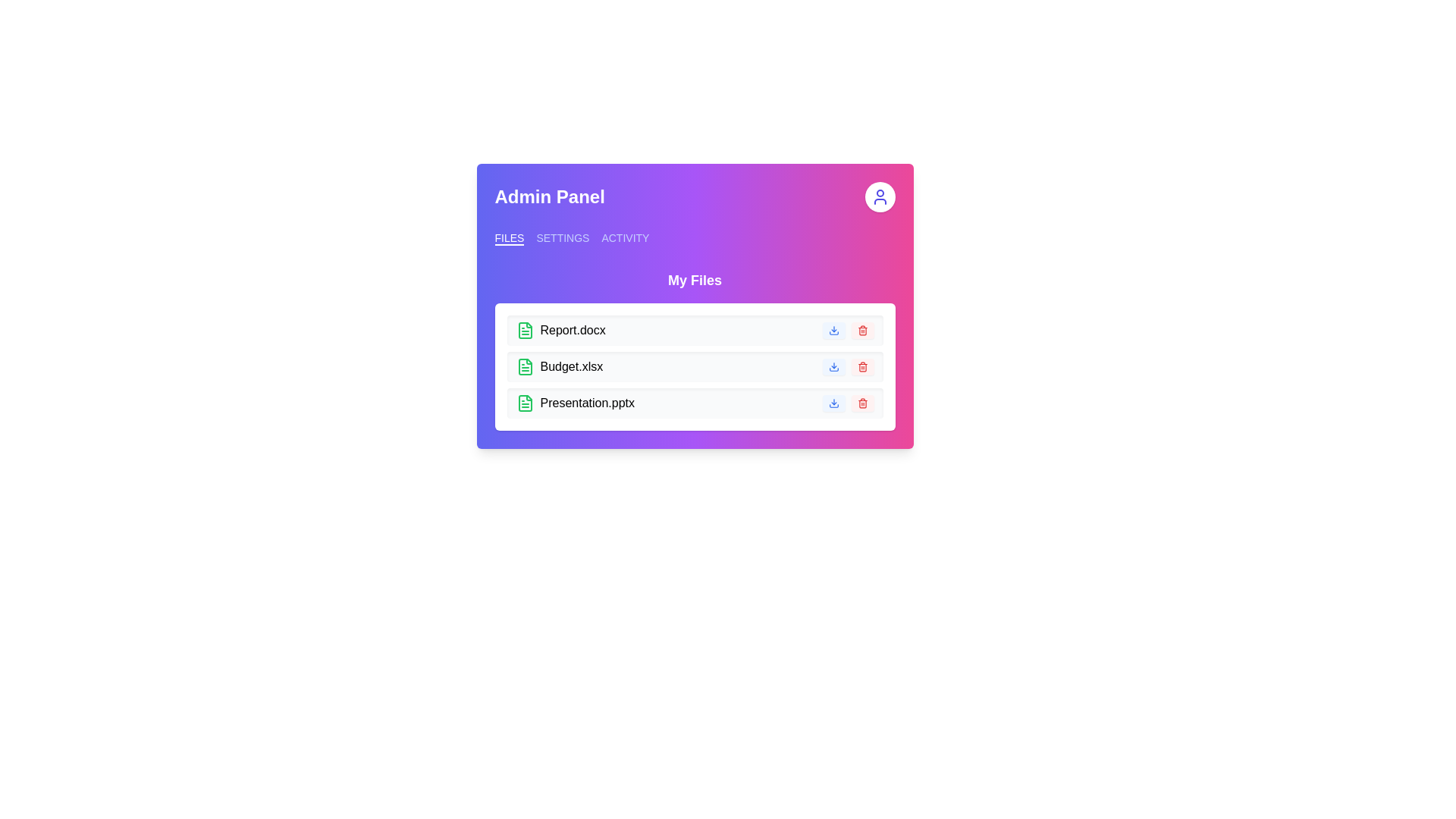  I want to click on the File preview item labeled 'Presentation.pptx', so click(694, 403).